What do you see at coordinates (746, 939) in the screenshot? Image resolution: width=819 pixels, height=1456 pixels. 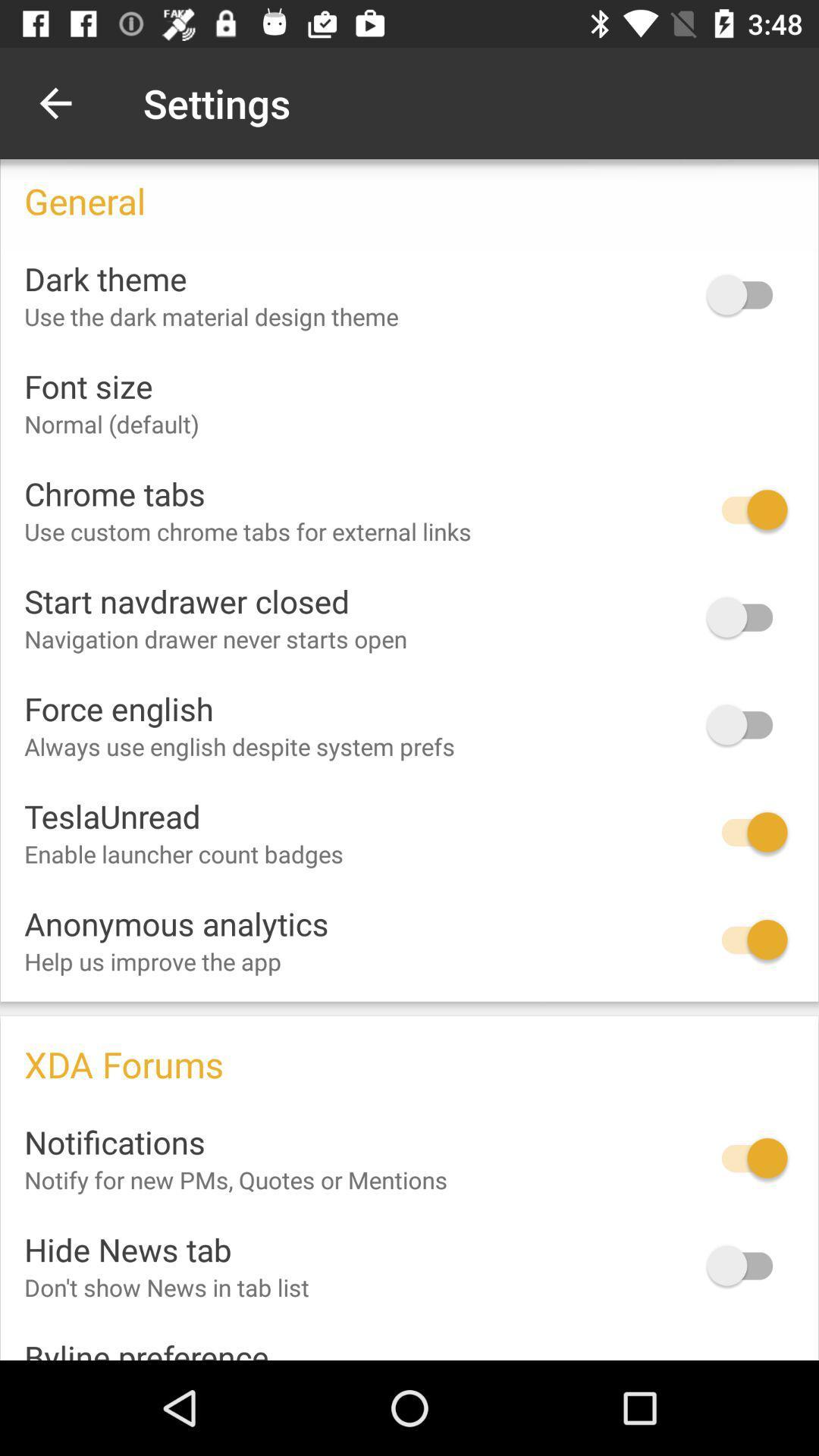 I see `anonymous analytics` at bounding box center [746, 939].